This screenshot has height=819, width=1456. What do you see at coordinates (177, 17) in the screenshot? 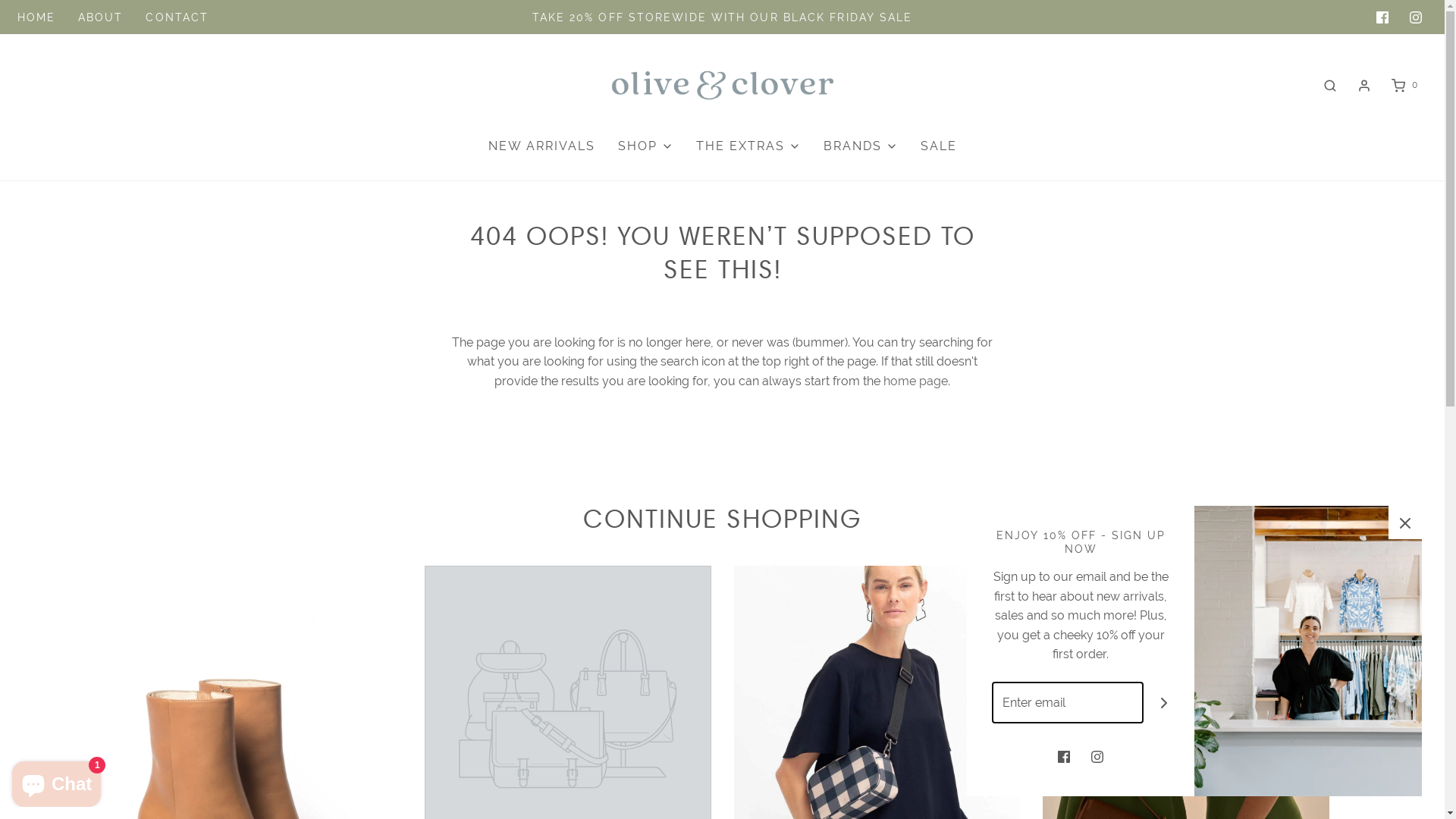
I see `'CONTACT'` at bounding box center [177, 17].